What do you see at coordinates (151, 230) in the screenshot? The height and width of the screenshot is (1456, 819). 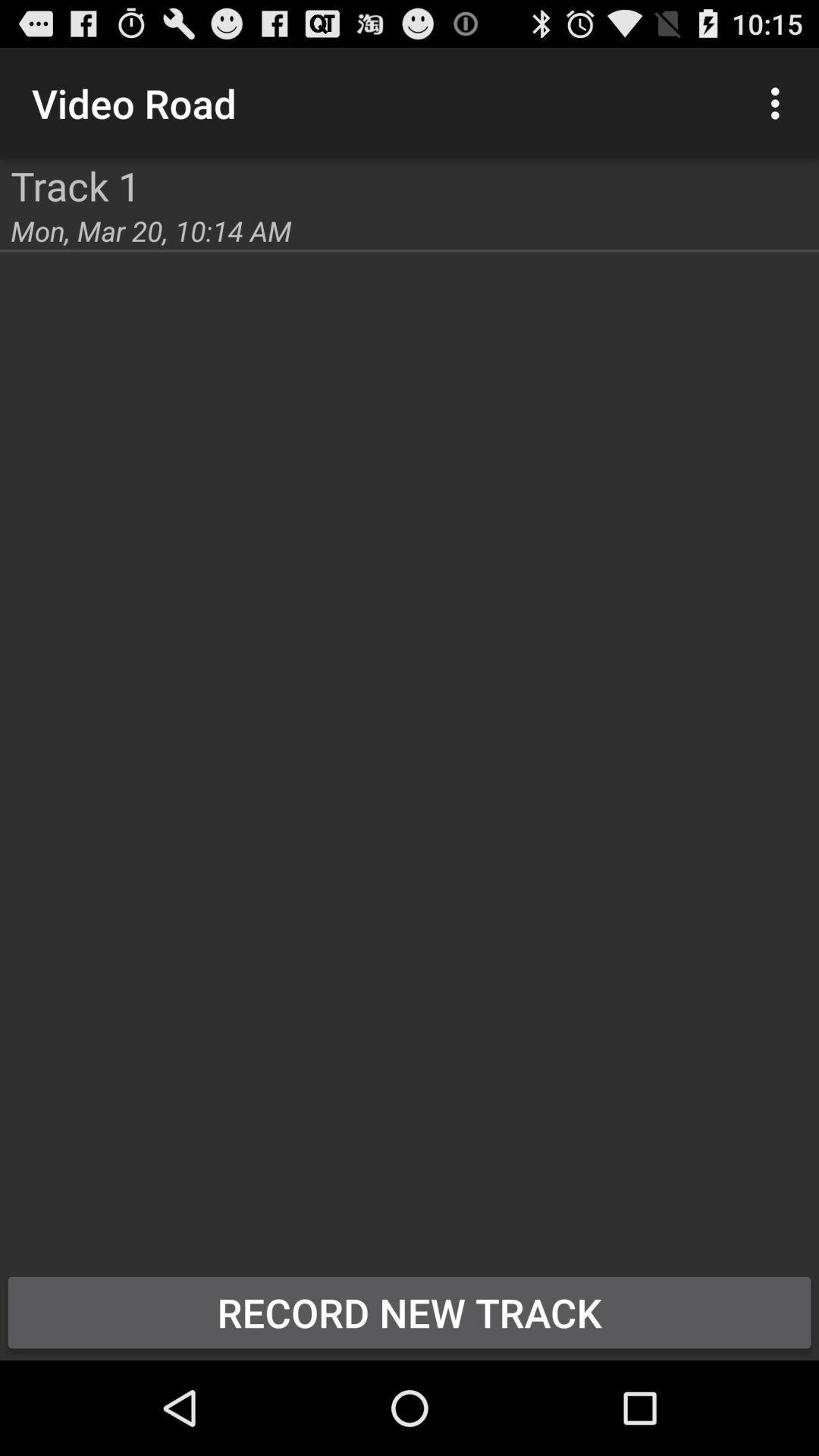 I see `mon mar 20 item` at bounding box center [151, 230].